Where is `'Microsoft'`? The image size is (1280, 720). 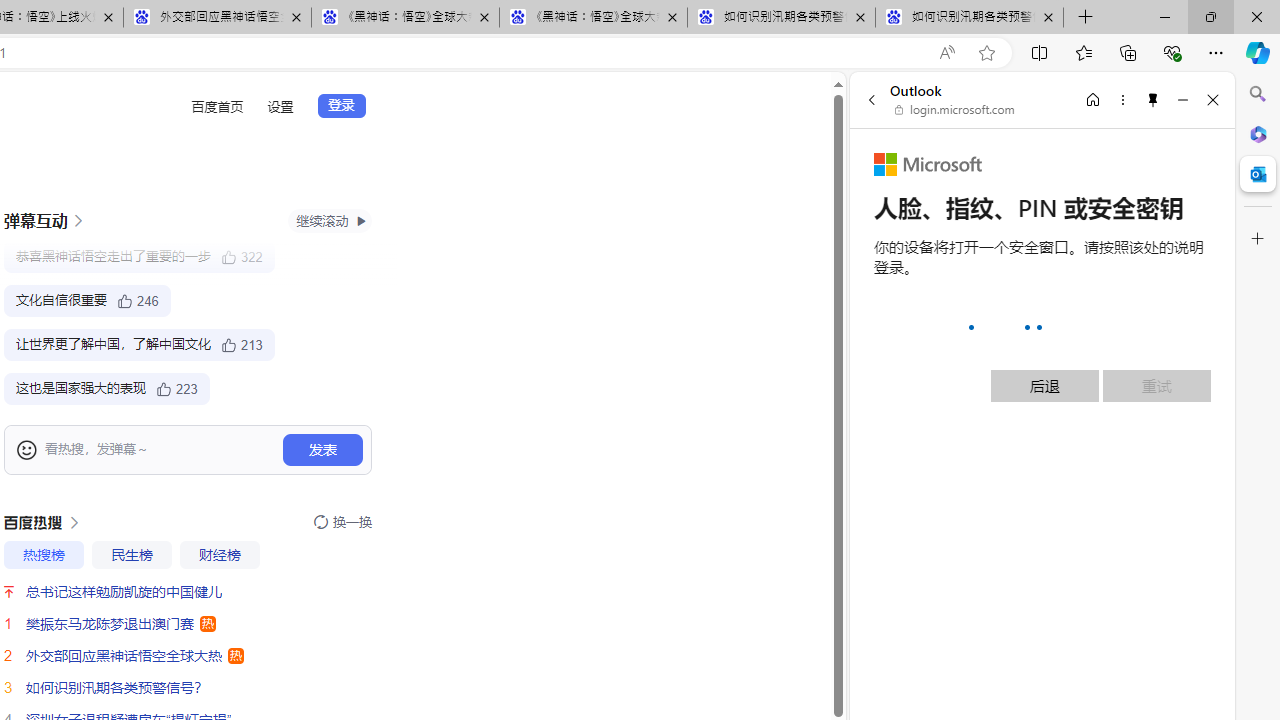 'Microsoft' is located at coordinates (927, 164).